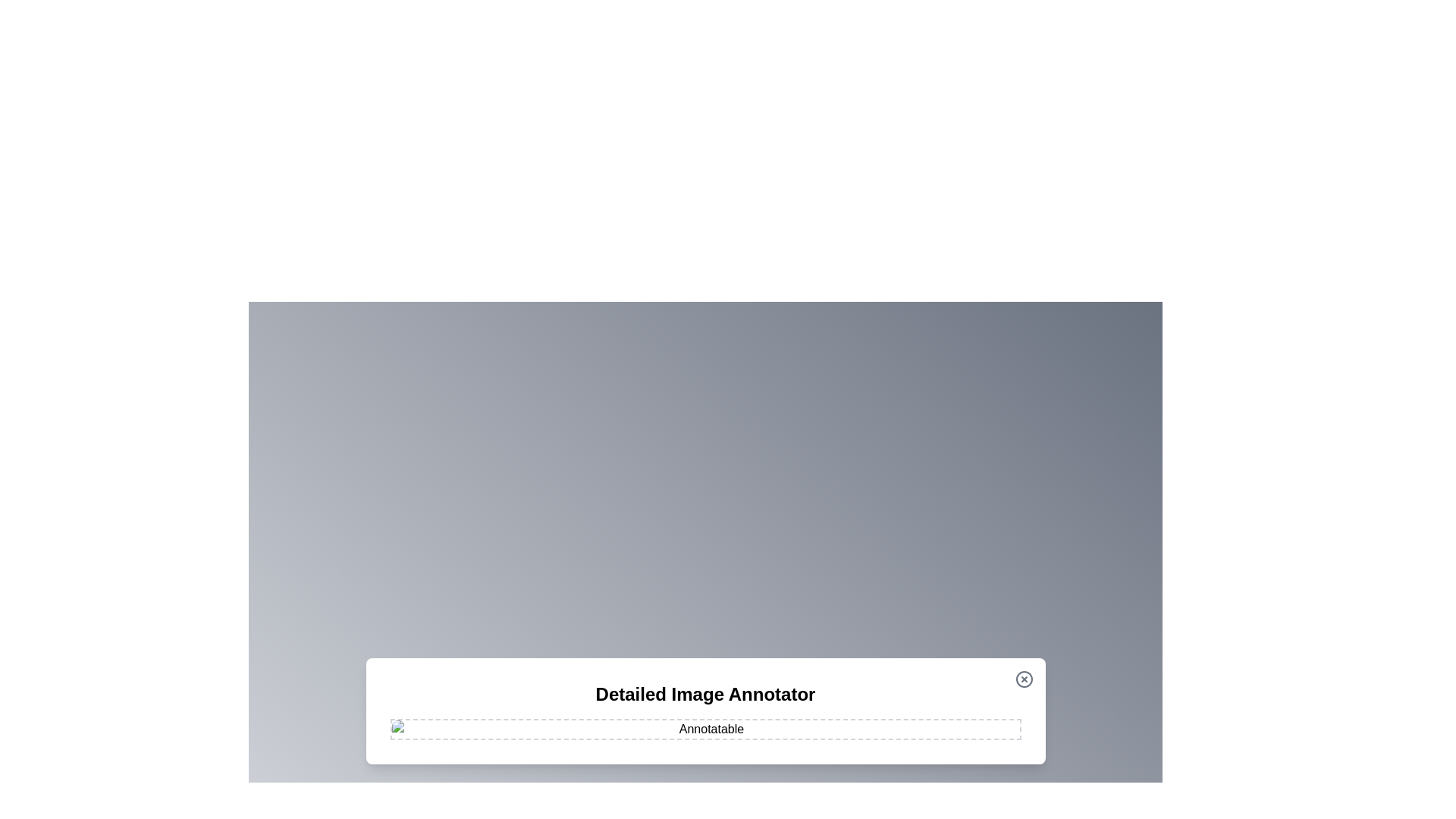  Describe the element at coordinates (811, 725) in the screenshot. I see `the image at coordinates (1070, 958) to add an annotation` at that location.